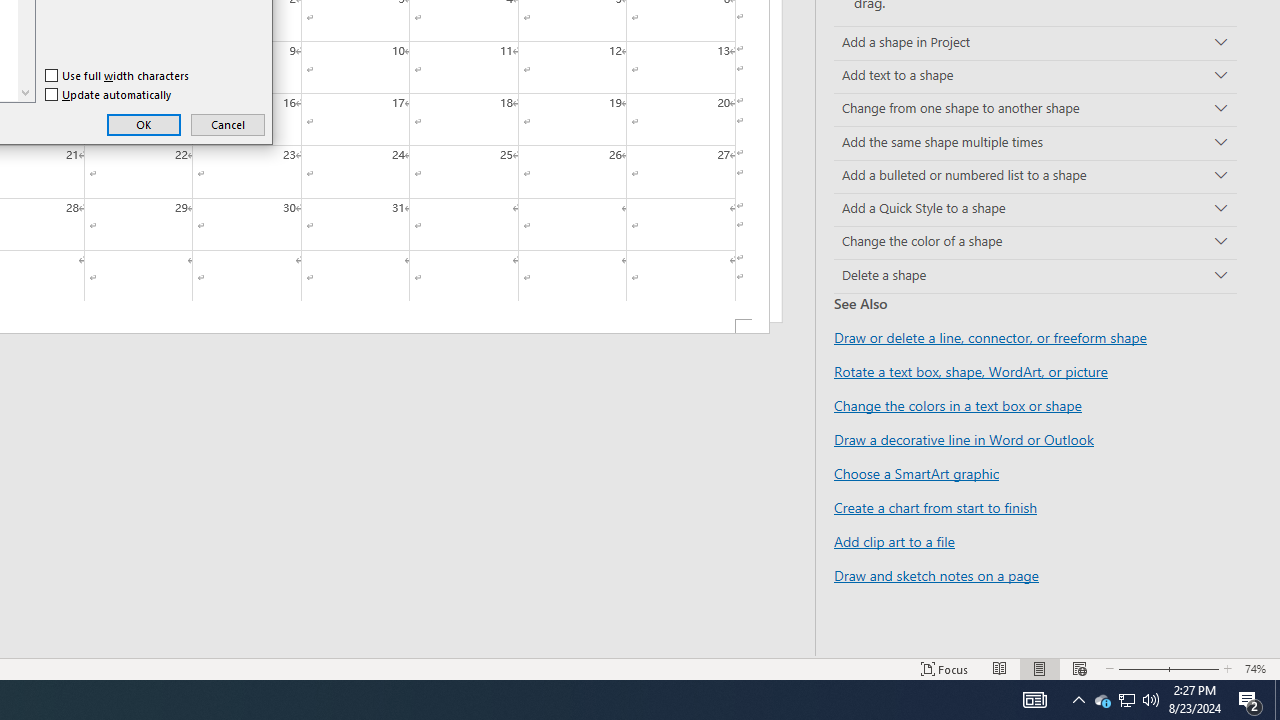 The height and width of the screenshot is (720, 1280). What do you see at coordinates (143, 124) in the screenshot?
I see `'OK'` at bounding box center [143, 124].